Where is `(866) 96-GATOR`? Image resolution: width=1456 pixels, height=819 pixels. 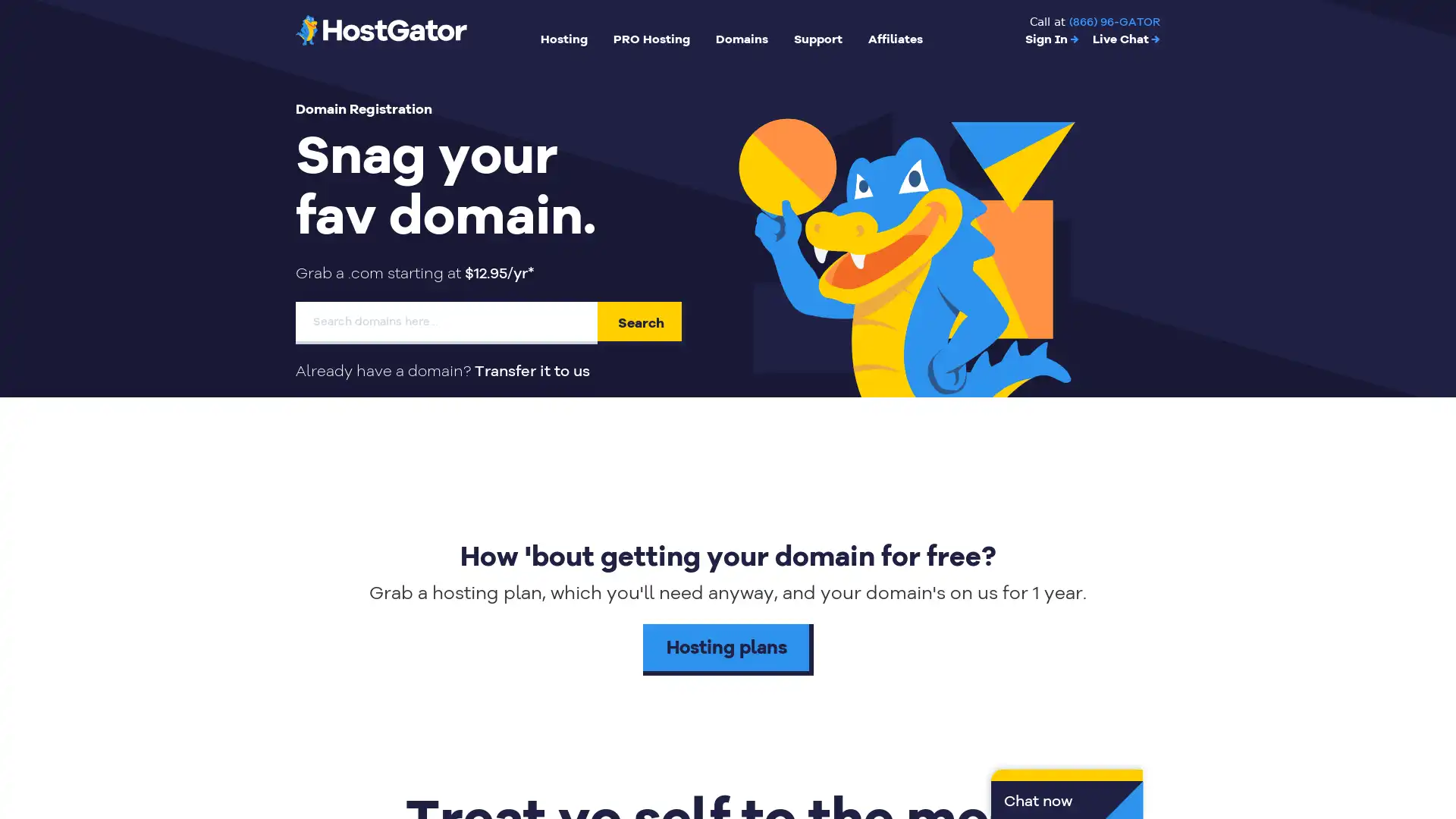 (866) 96-GATOR is located at coordinates (1114, 22).